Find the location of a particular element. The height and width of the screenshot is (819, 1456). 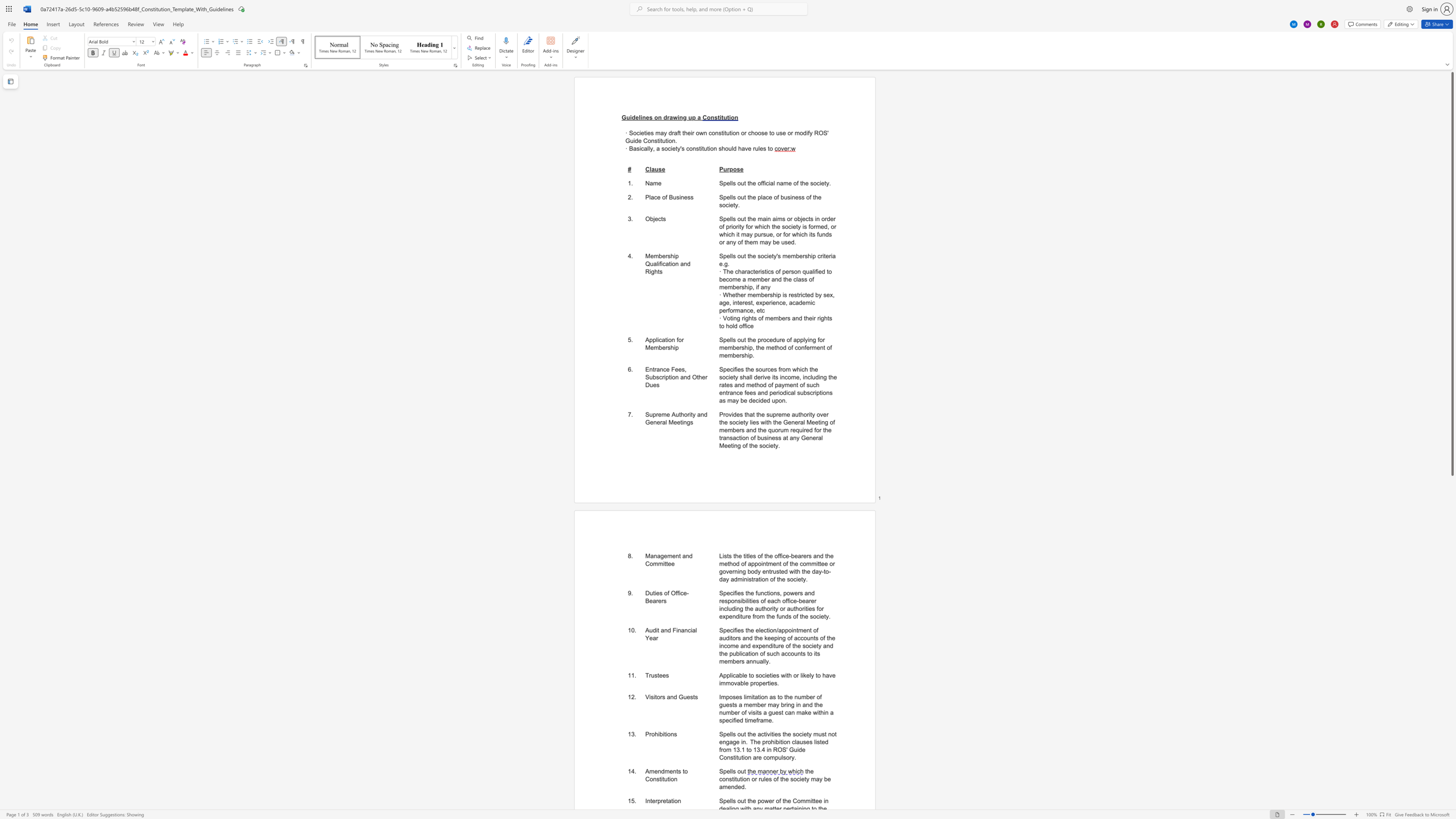

the subset text "Guide Const" within the text "ROS" is located at coordinates (625, 140).